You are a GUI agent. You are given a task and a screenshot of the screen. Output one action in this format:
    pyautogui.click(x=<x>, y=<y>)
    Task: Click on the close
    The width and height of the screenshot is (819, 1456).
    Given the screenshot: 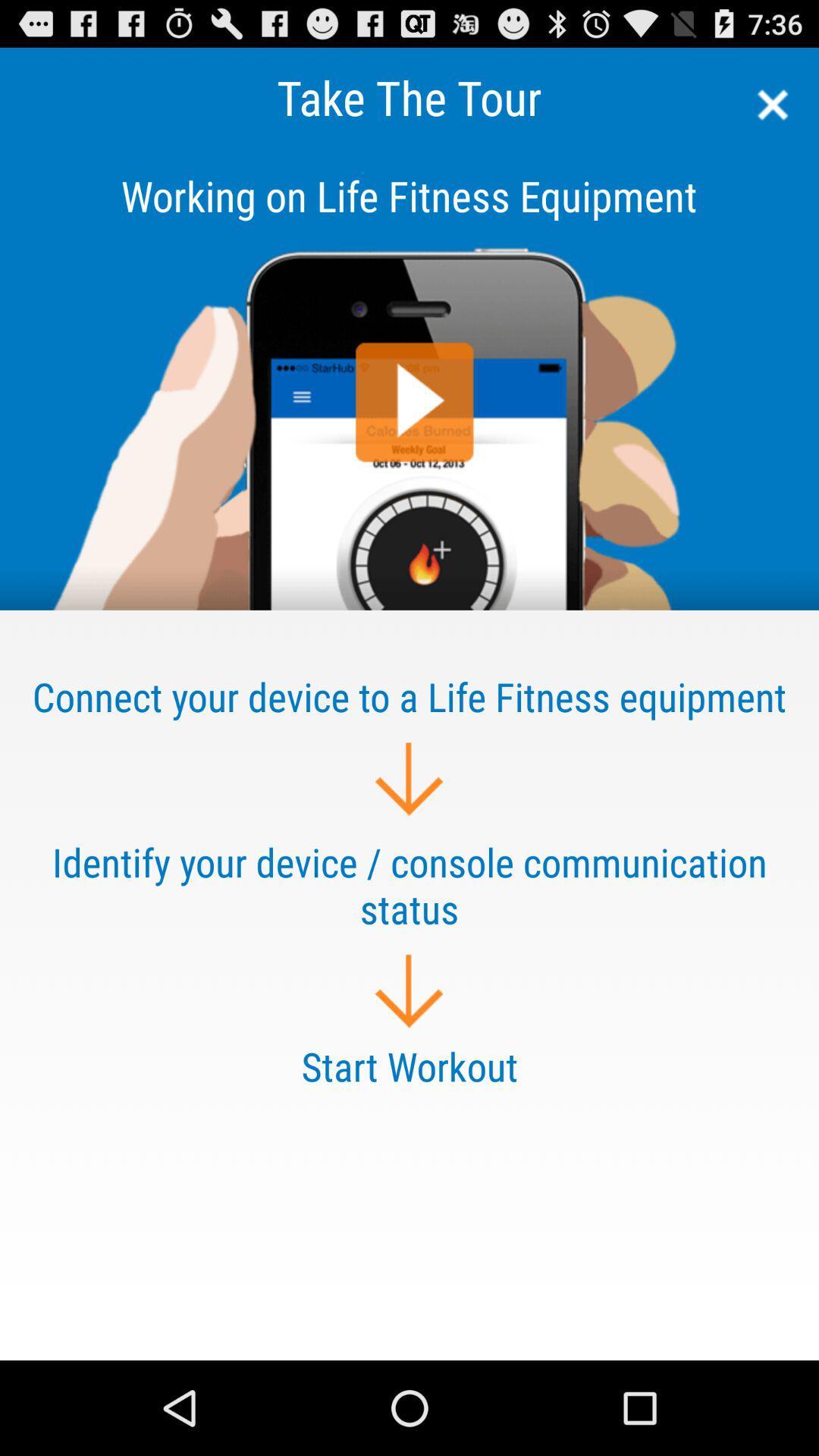 What is the action you would take?
    pyautogui.click(x=767, y=104)
    